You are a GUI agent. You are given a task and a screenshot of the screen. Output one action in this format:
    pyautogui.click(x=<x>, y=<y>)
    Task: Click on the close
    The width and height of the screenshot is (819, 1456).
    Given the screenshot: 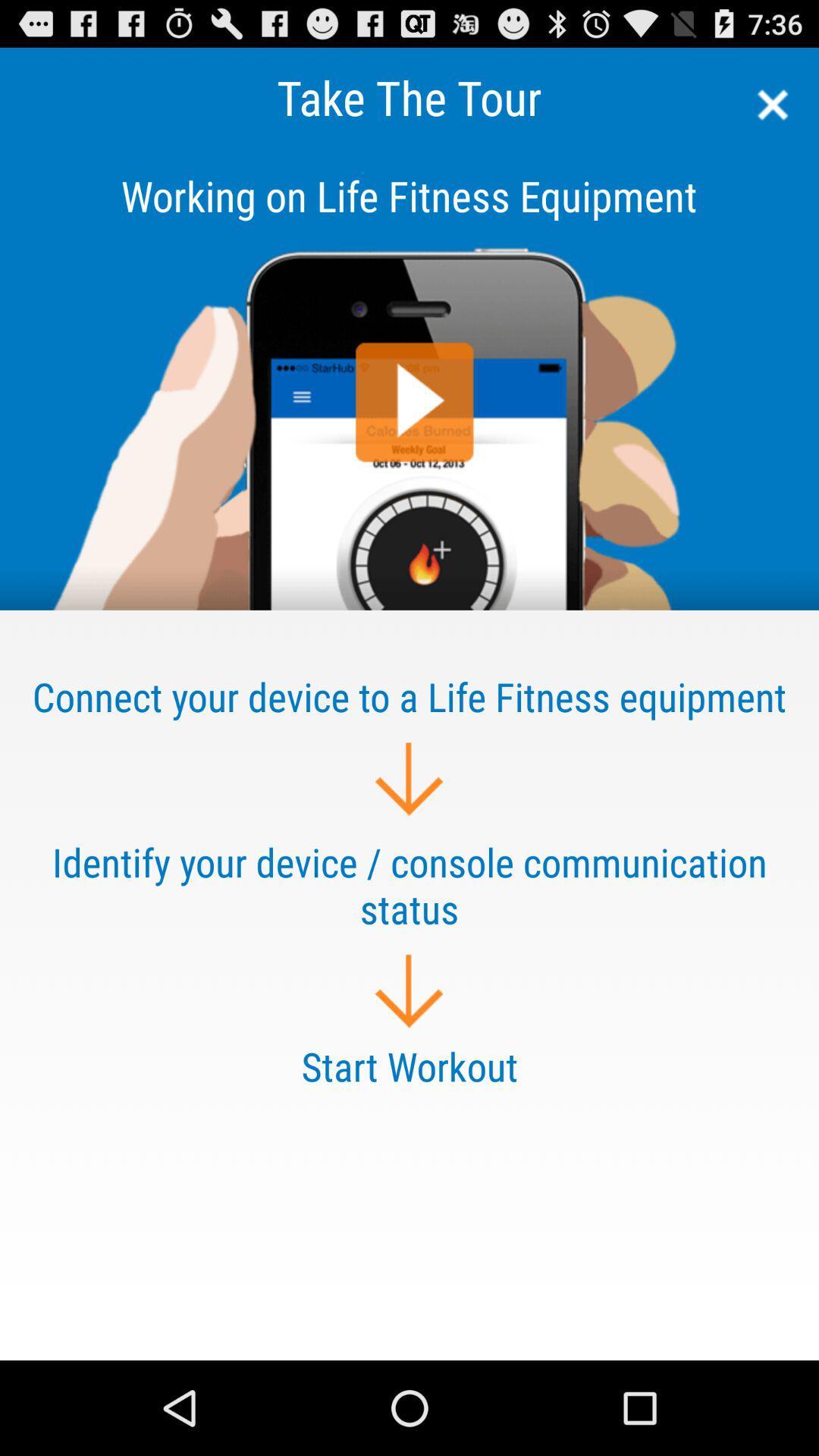 What is the action you would take?
    pyautogui.click(x=767, y=104)
    